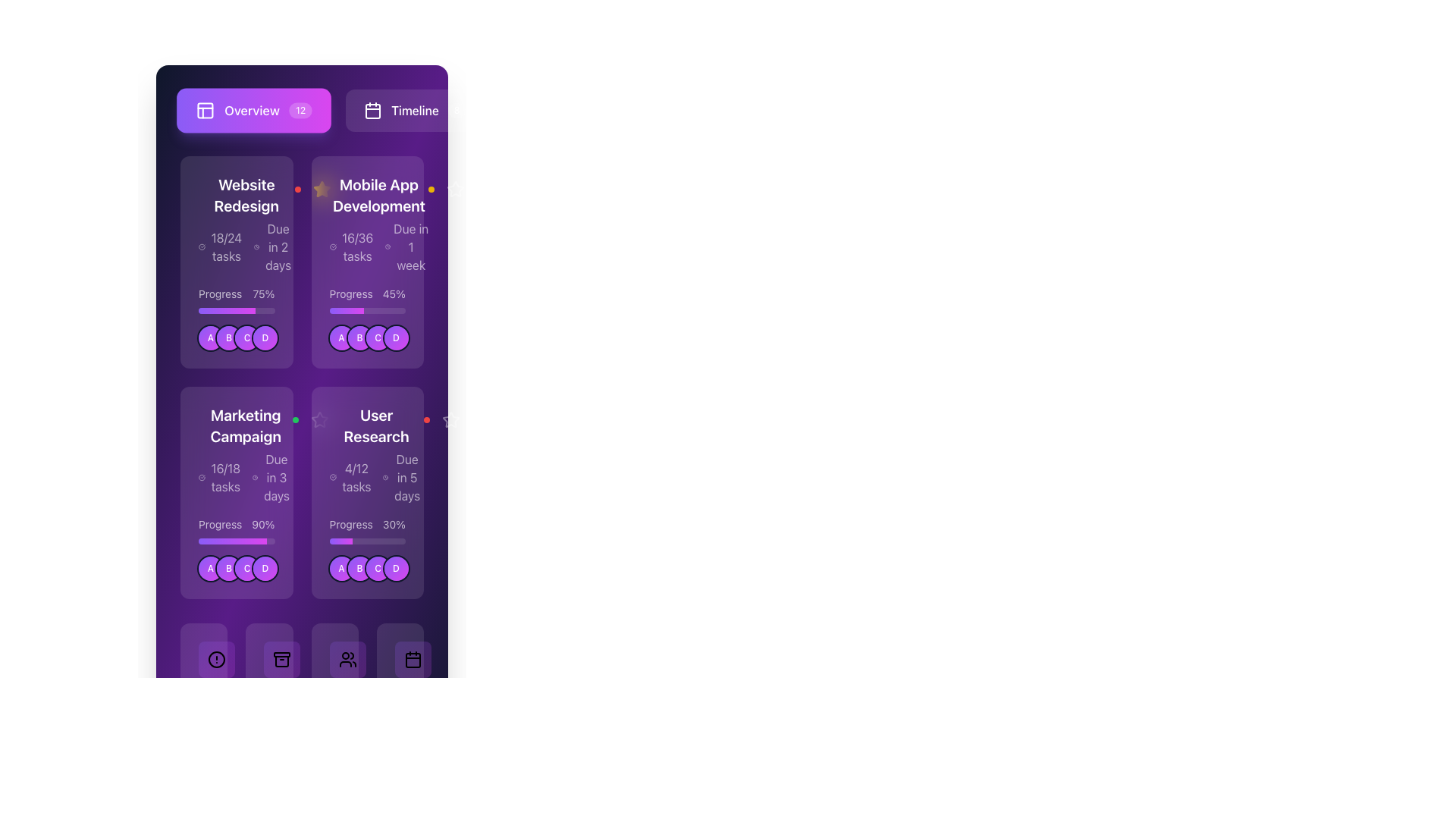  Describe the element at coordinates (265, 337) in the screenshot. I see `the Avatar component labeled 'D', which is the fourth circle in a horizontal row of identifiers in the 'Website Redesign' card` at that location.